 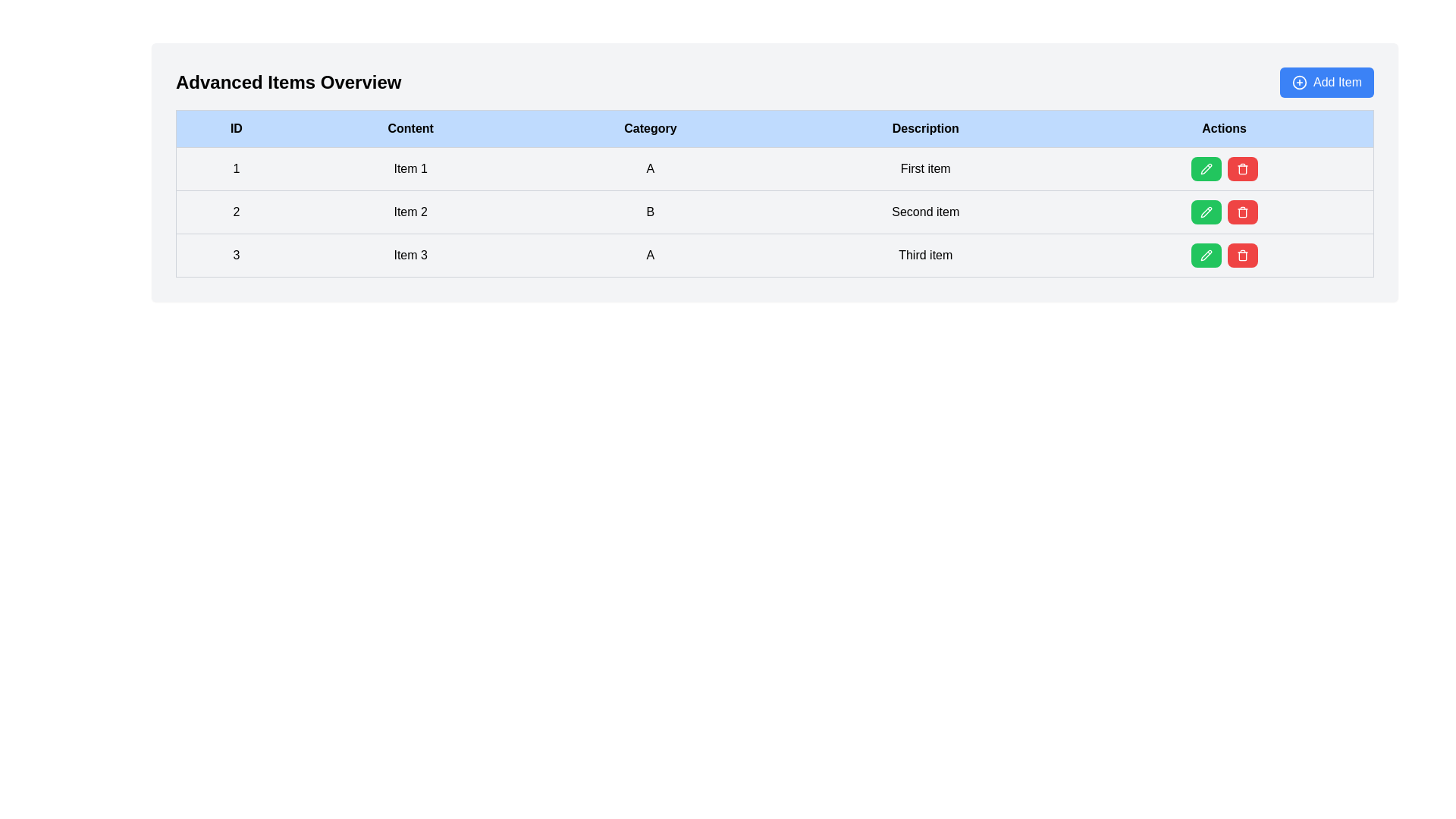 I want to click on the red button with a white trash can icon located in the 'Actions' column of the table, so click(x=1242, y=169).